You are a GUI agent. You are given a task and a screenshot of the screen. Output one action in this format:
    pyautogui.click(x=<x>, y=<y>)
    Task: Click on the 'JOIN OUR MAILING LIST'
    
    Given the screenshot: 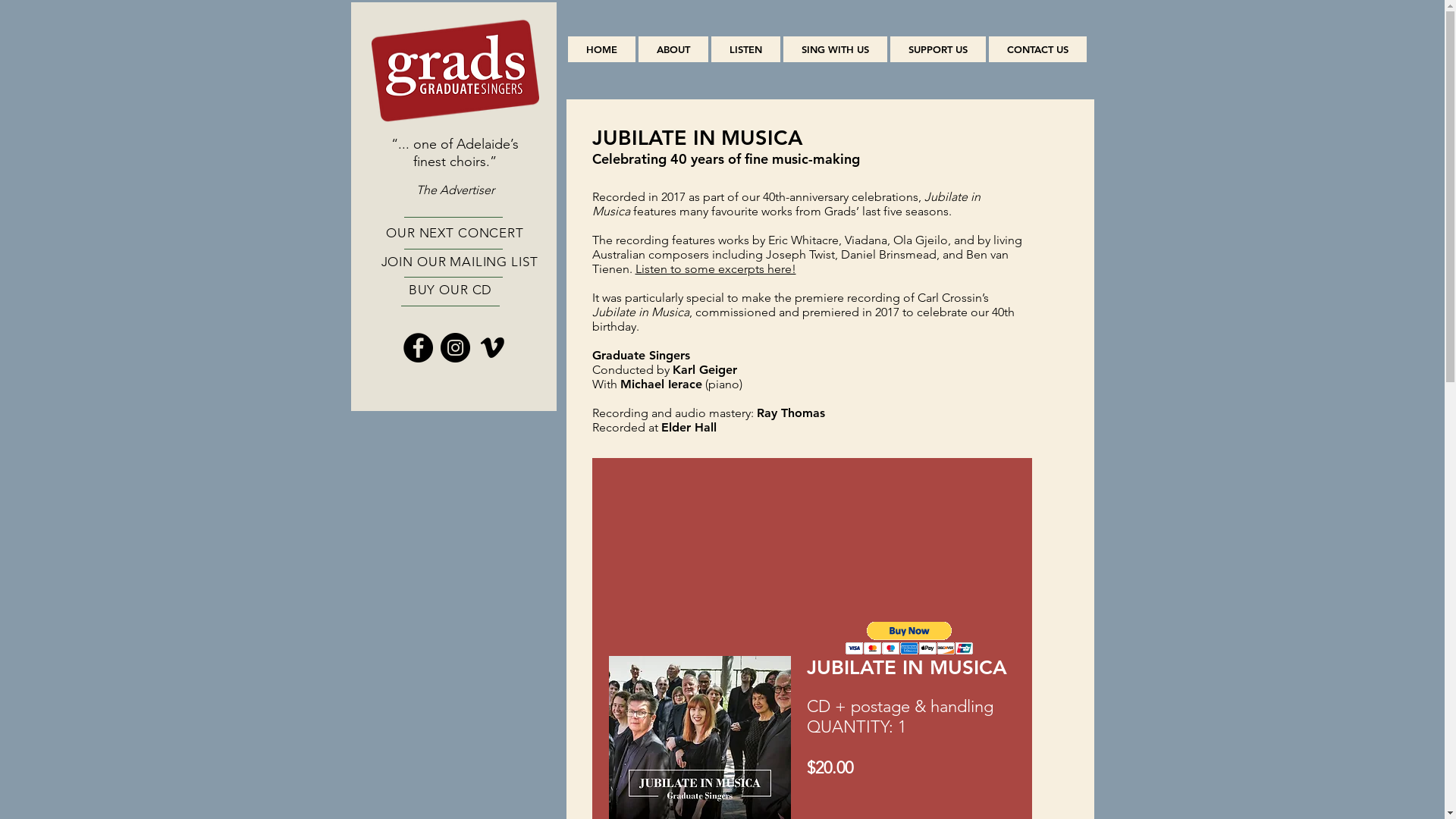 What is the action you would take?
    pyautogui.click(x=459, y=260)
    